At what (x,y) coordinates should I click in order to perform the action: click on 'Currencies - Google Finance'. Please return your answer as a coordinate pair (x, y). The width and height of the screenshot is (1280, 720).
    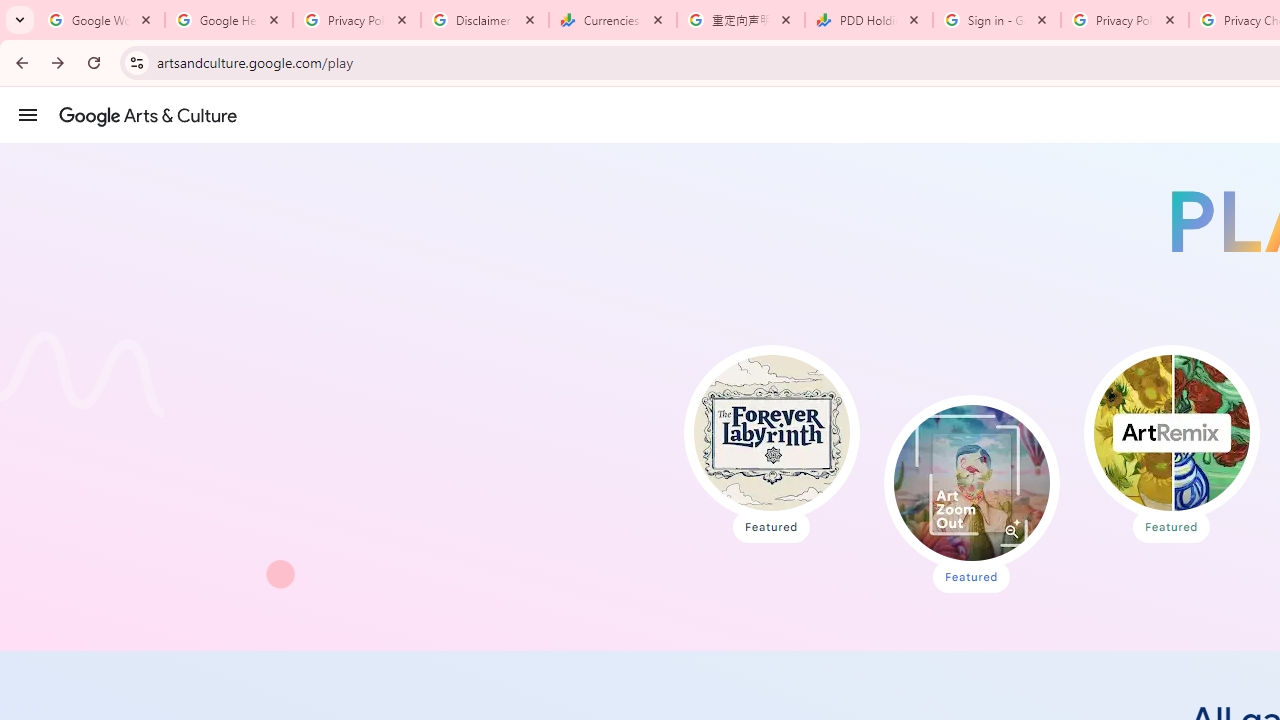
    Looking at the image, I should click on (612, 20).